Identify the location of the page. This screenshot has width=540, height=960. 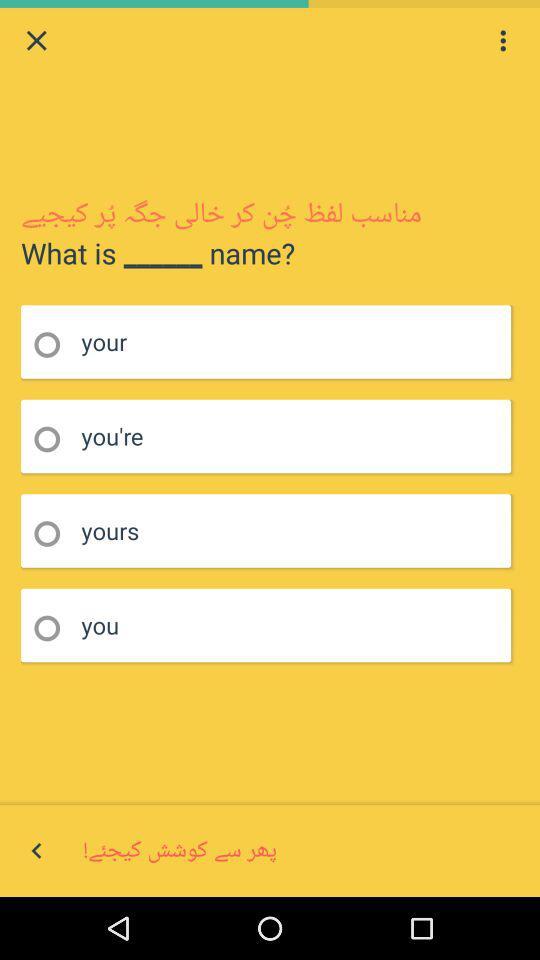
(36, 39).